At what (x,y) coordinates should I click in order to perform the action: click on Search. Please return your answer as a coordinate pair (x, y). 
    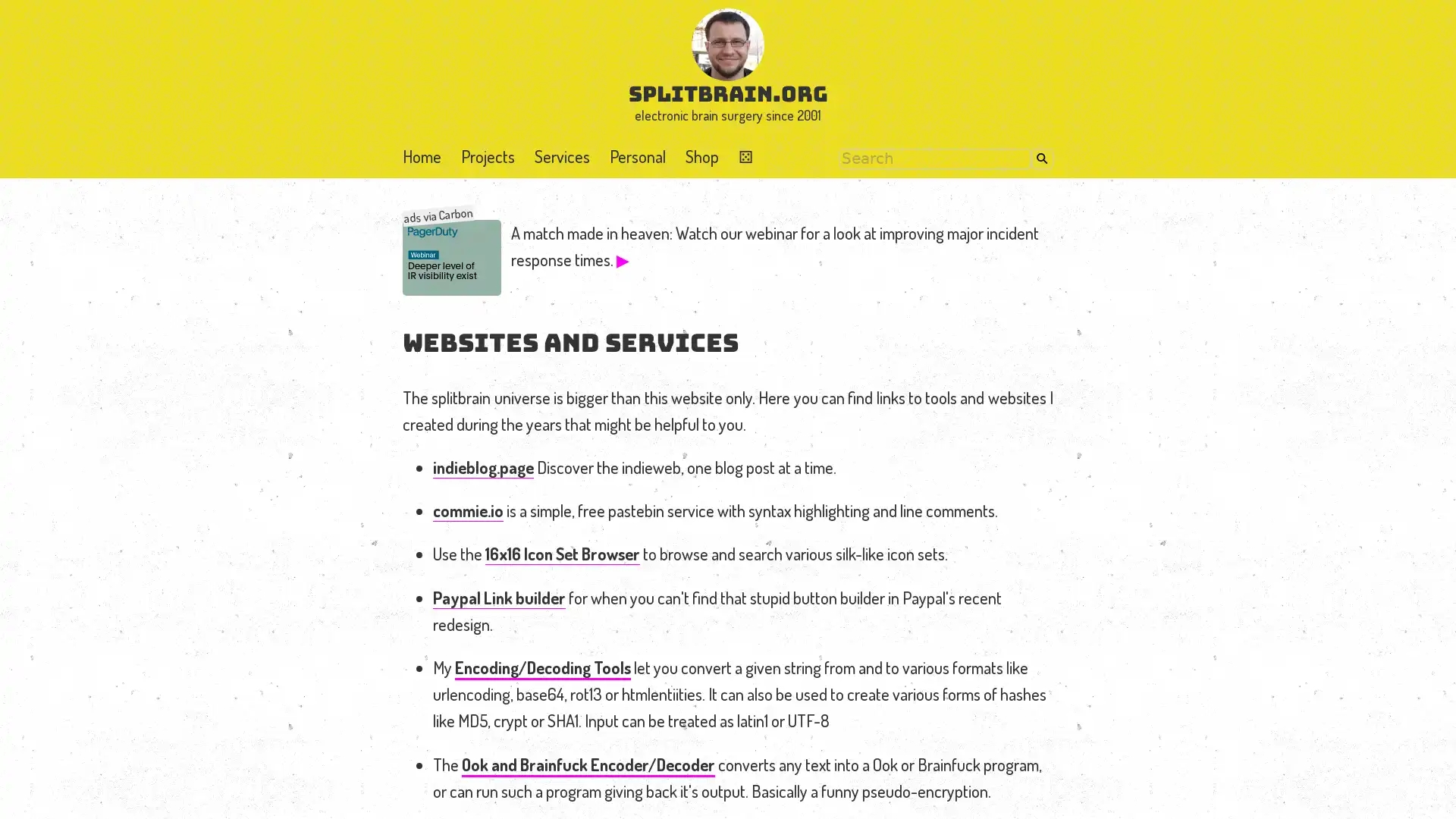
    Looking at the image, I should click on (1041, 158).